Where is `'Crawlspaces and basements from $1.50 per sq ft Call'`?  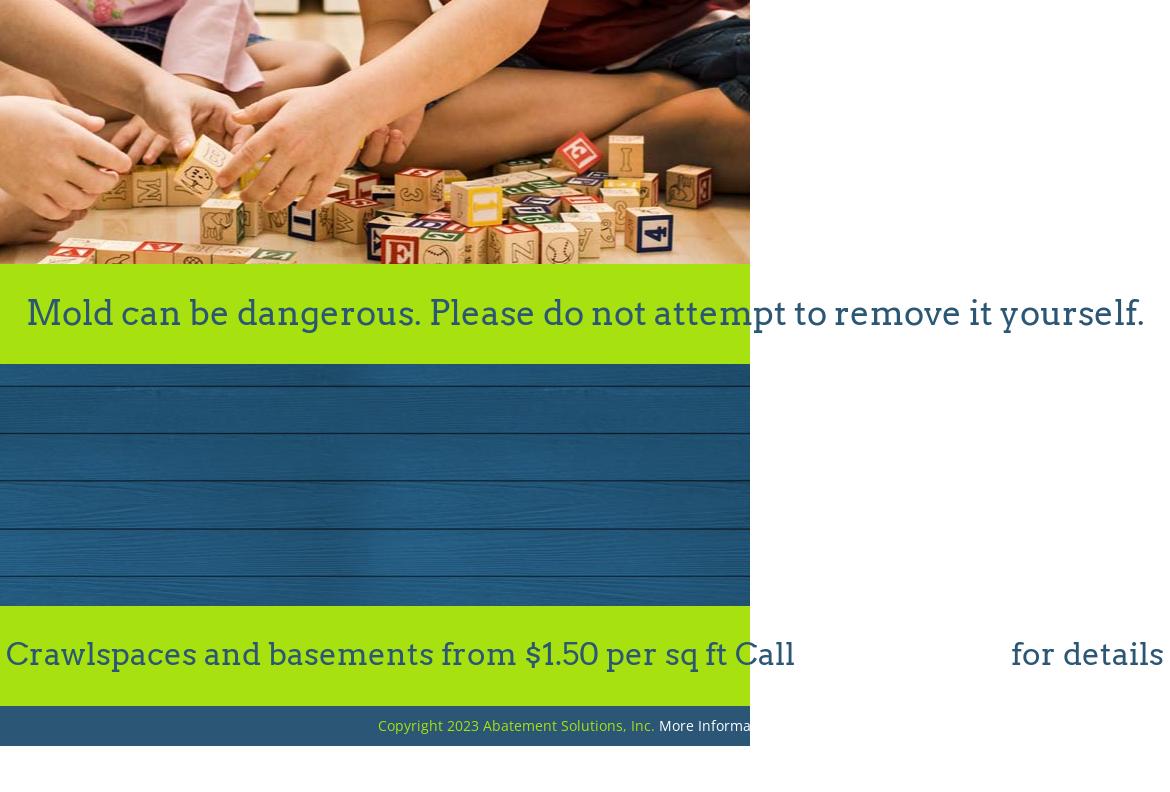
'Crawlspaces and basements from $1.50 per sq ft Call' is located at coordinates (404, 654).